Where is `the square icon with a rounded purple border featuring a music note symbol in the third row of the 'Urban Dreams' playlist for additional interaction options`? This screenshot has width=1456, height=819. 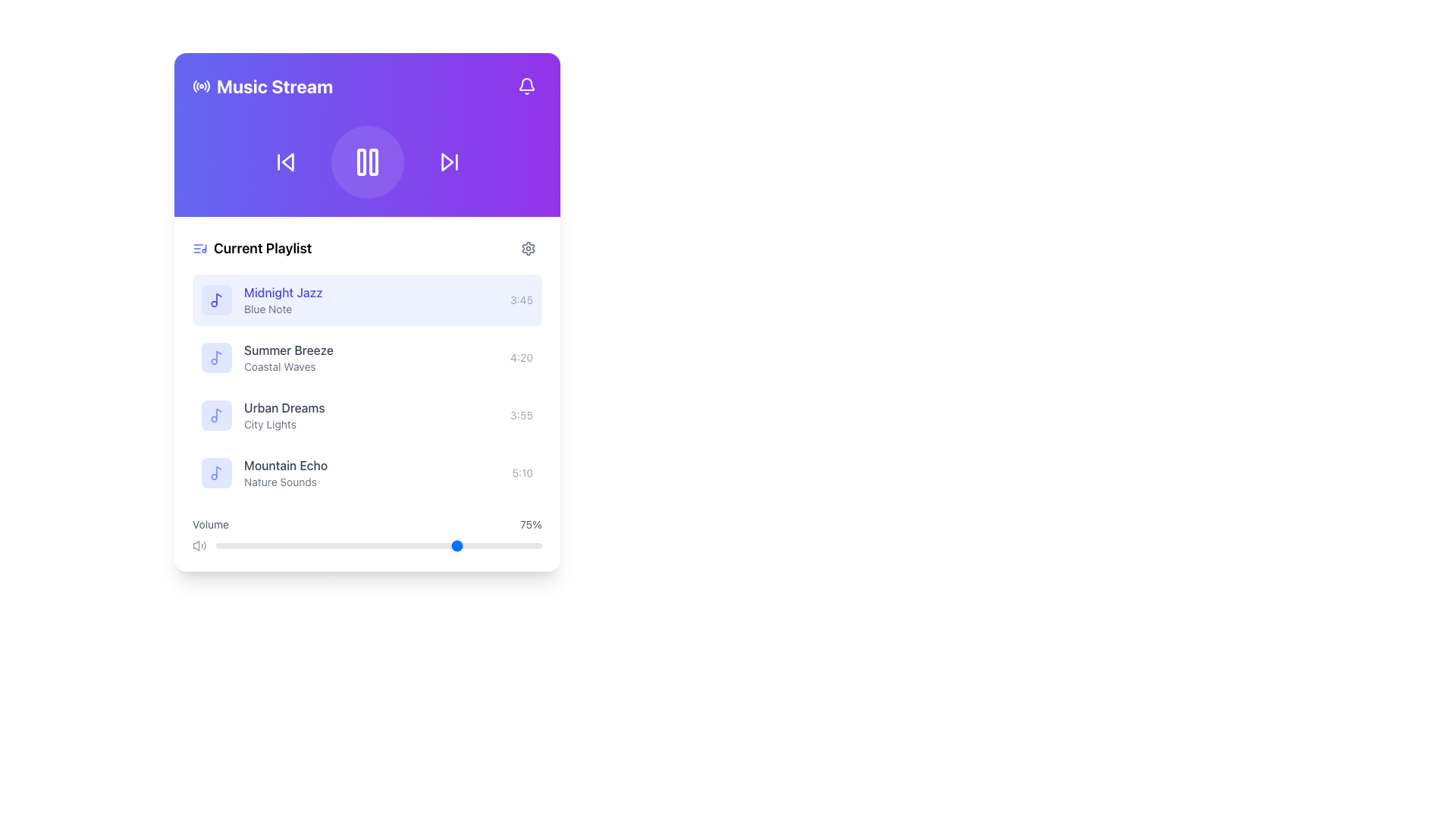 the square icon with a rounded purple border featuring a music note symbol in the third row of the 'Urban Dreams' playlist for additional interaction options is located at coordinates (216, 415).